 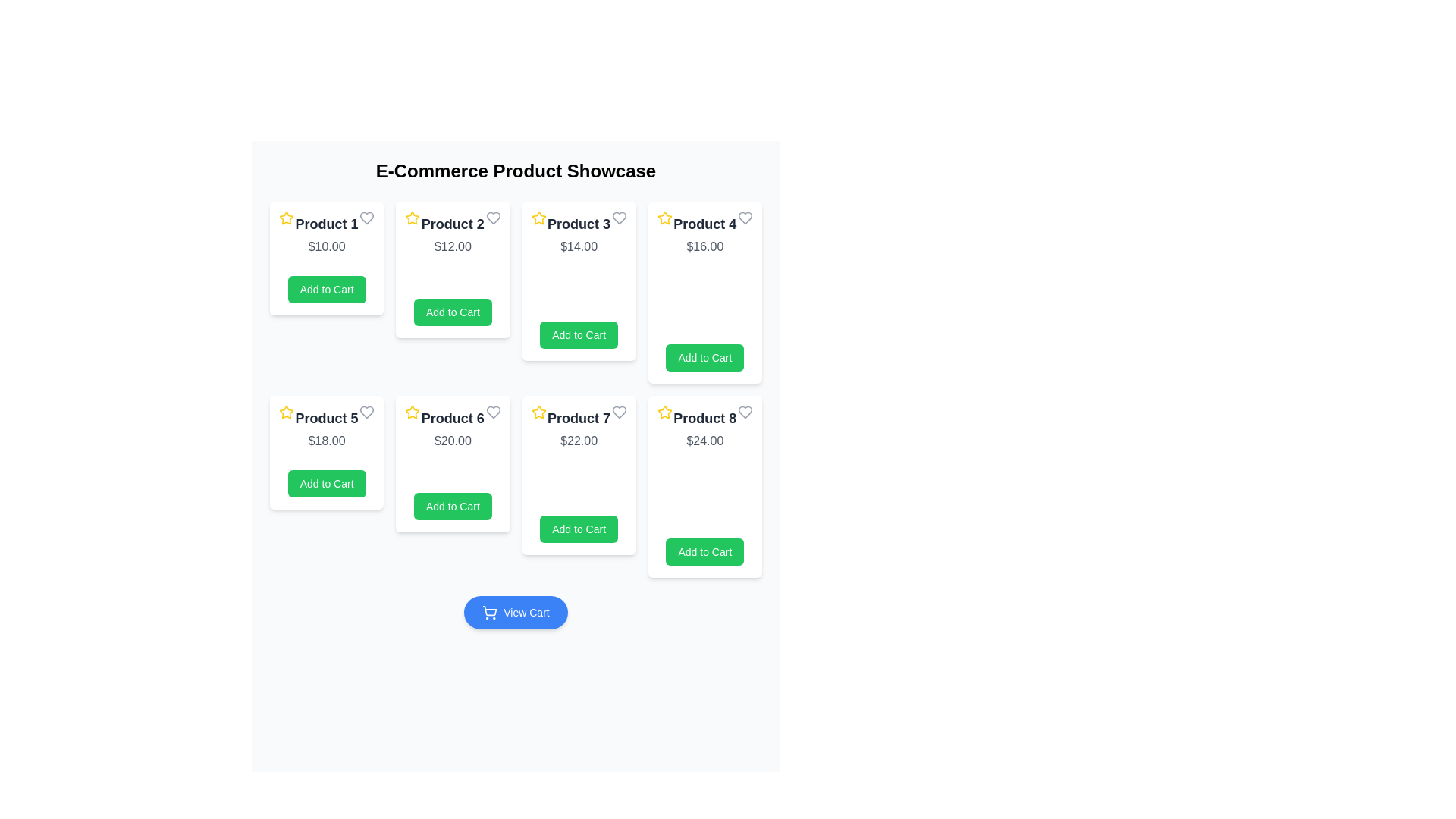 I want to click on text displayed in the price label located below the product title 'Product 4' and above the 'Add to Cart' button in the fourth product card of the first row, so click(x=704, y=246).